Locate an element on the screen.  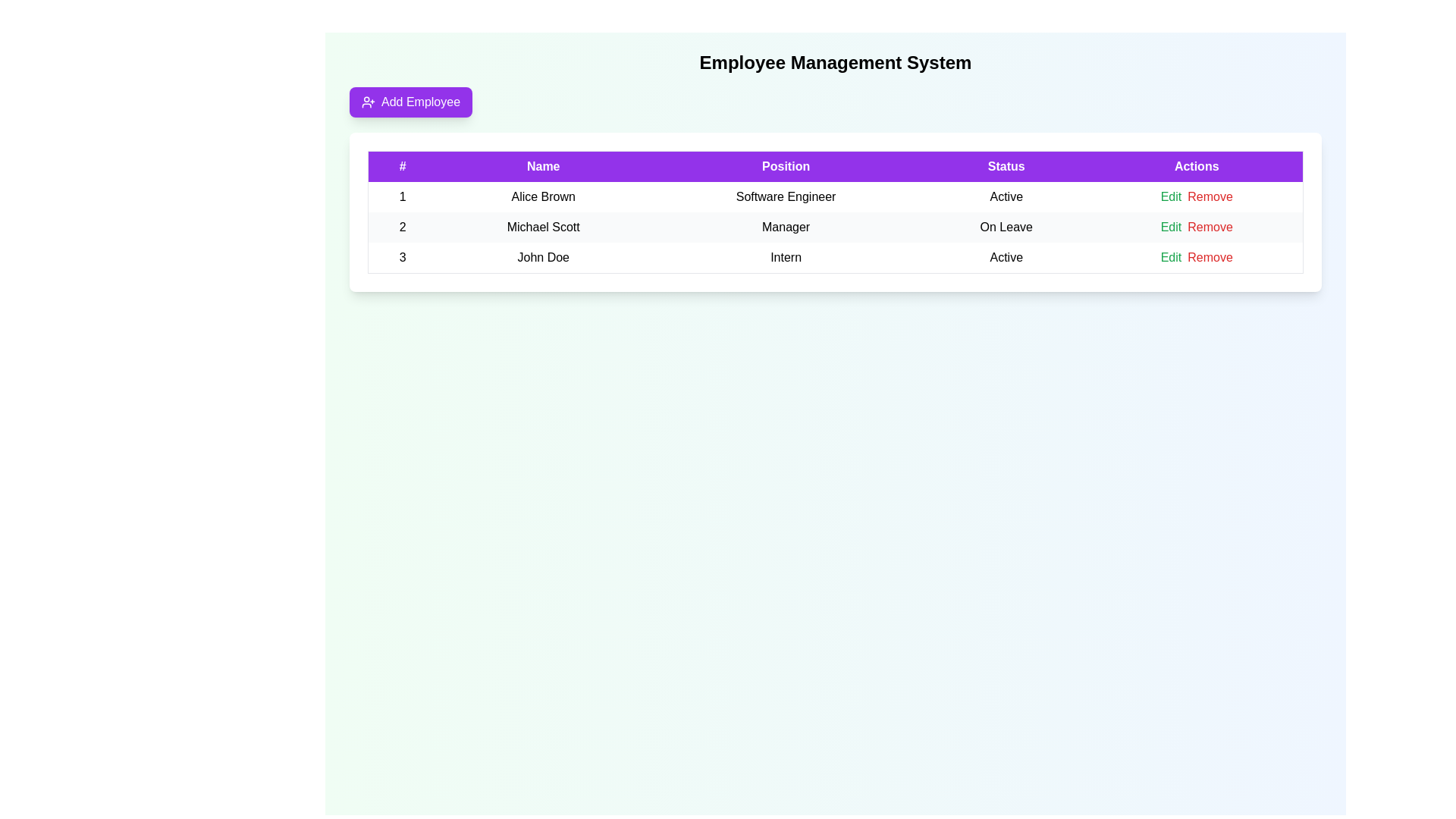
keyboard navigation is located at coordinates (411, 102).